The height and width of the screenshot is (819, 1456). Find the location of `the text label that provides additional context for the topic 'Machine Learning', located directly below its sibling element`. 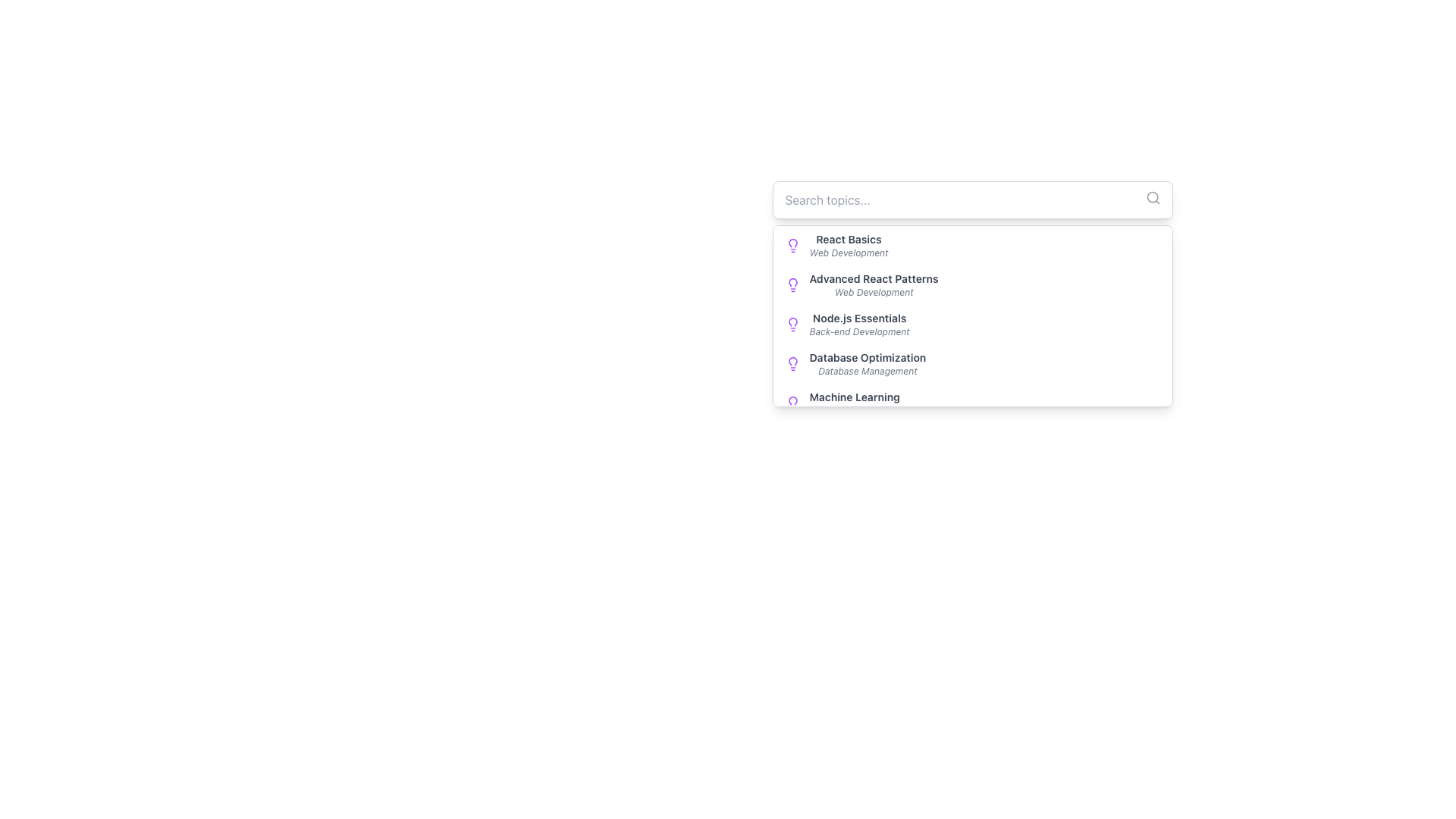

the text label that provides additional context for the topic 'Machine Learning', located directly below its sibling element is located at coordinates (855, 411).